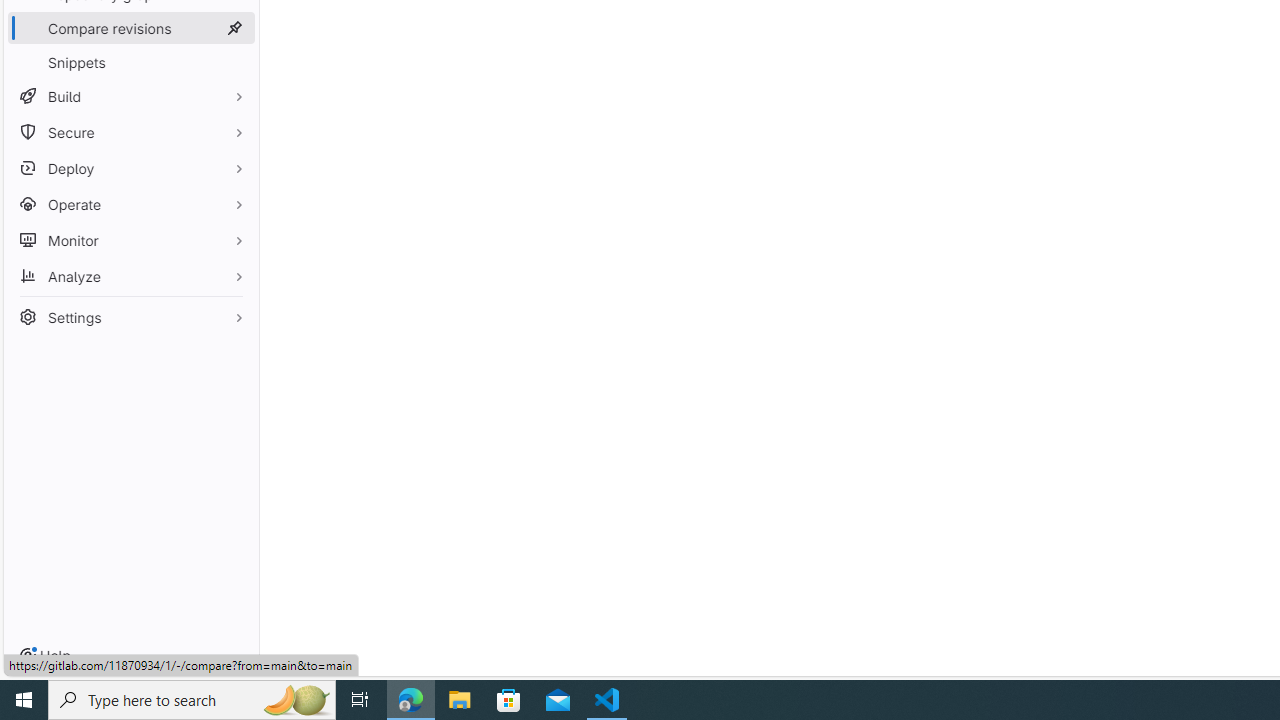 This screenshot has width=1280, height=720. What do you see at coordinates (130, 96) in the screenshot?
I see `'Build'` at bounding box center [130, 96].